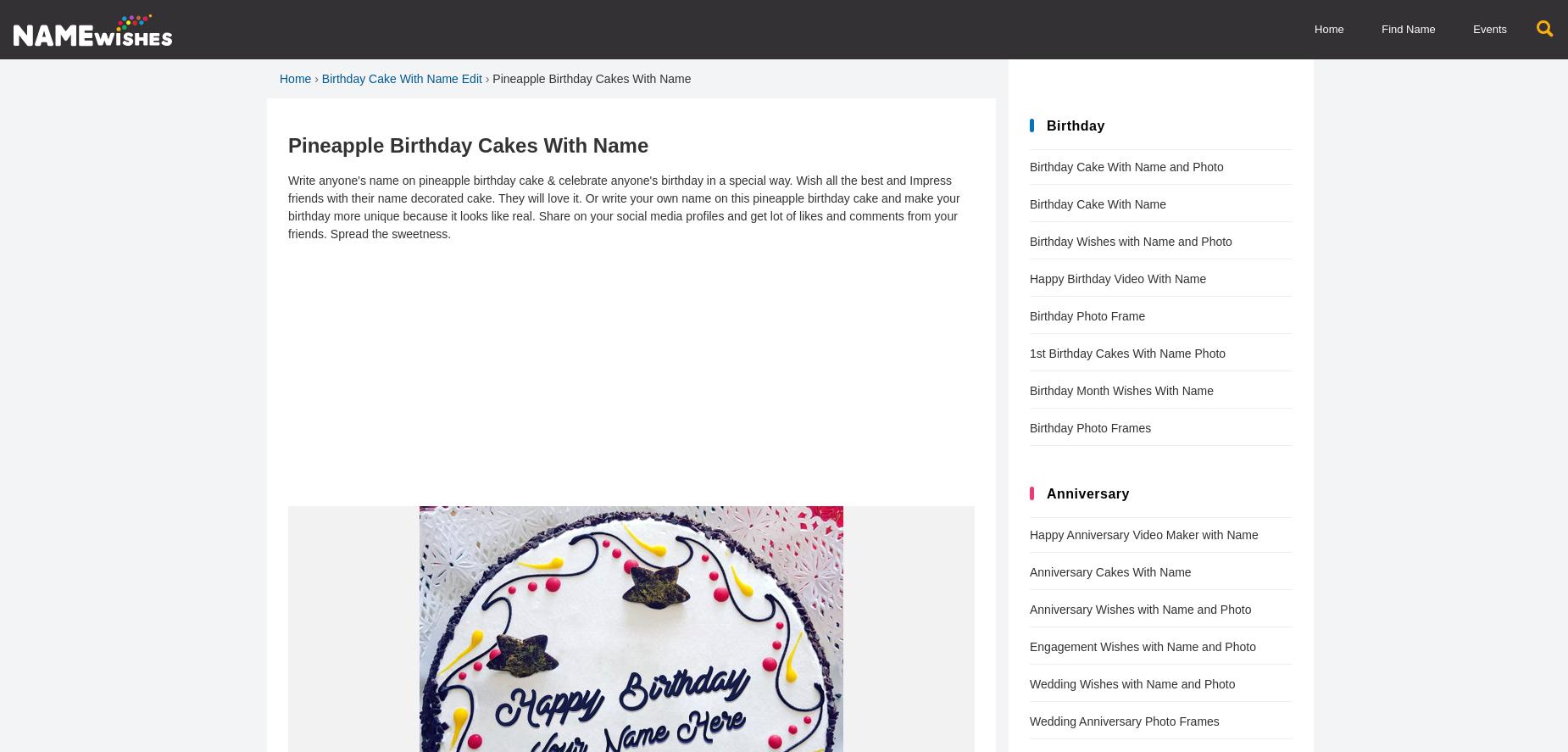  Describe the element at coordinates (1141, 645) in the screenshot. I see `'Engagement Wishes with Name and Photo'` at that location.